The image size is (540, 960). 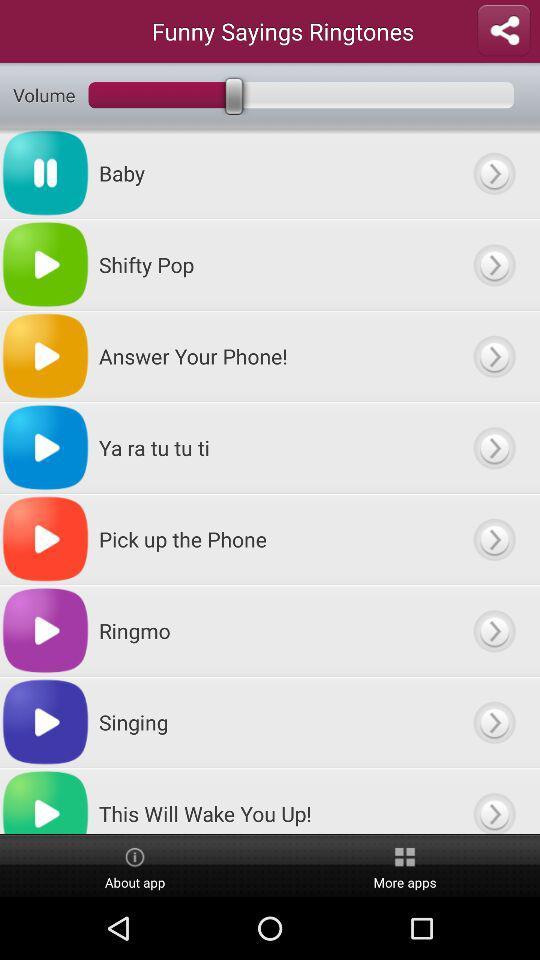 What do you see at coordinates (493, 447) in the screenshot?
I see `ringtone` at bounding box center [493, 447].